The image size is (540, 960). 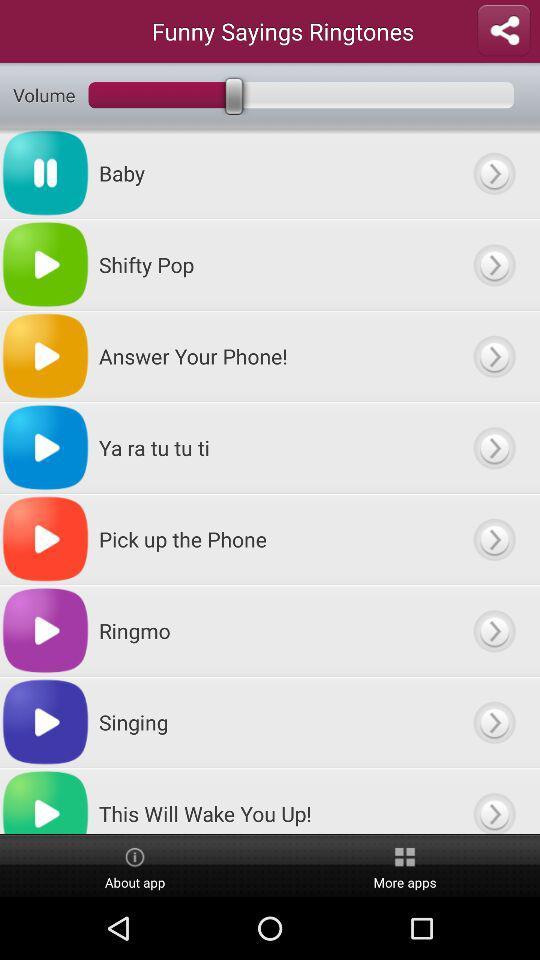 What do you see at coordinates (493, 447) in the screenshot?
I see `ringtone` at bounding box center [493, 447].